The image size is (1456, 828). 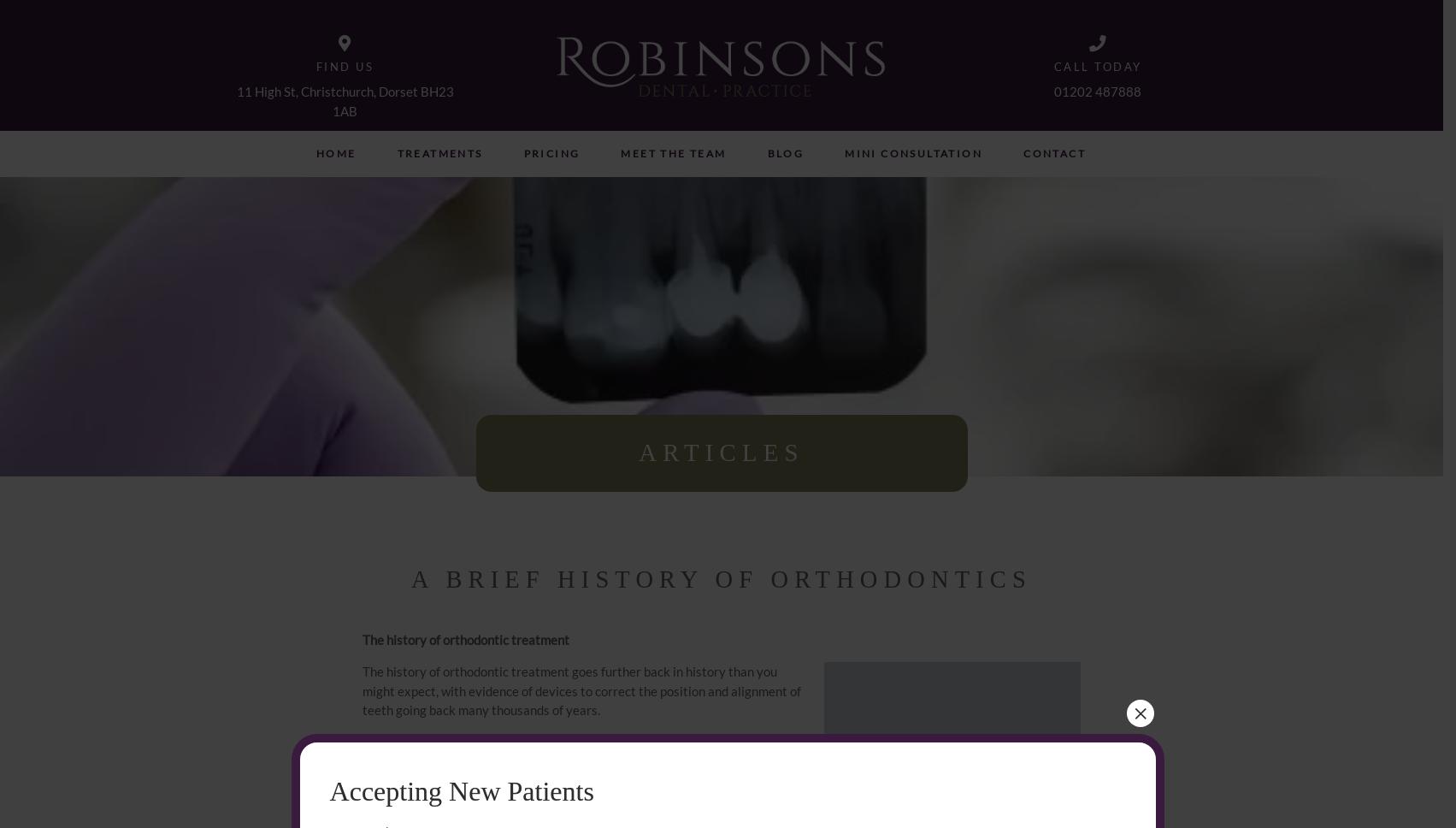 I want to click on 'Home', so click(x=336, y=153).